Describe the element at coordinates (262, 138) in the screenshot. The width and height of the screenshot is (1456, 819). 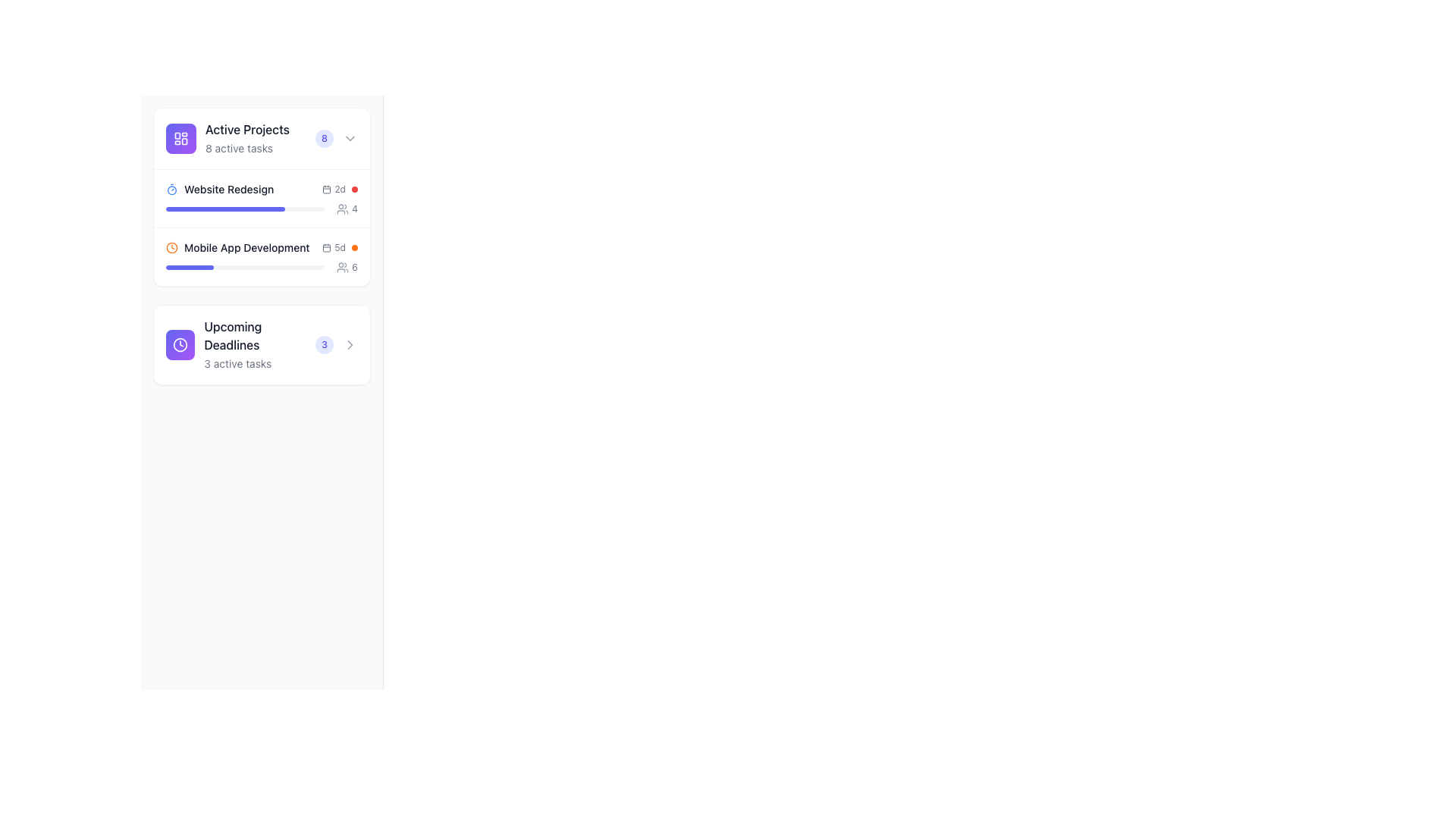
I see `the 'Active Projects' header` at that location.